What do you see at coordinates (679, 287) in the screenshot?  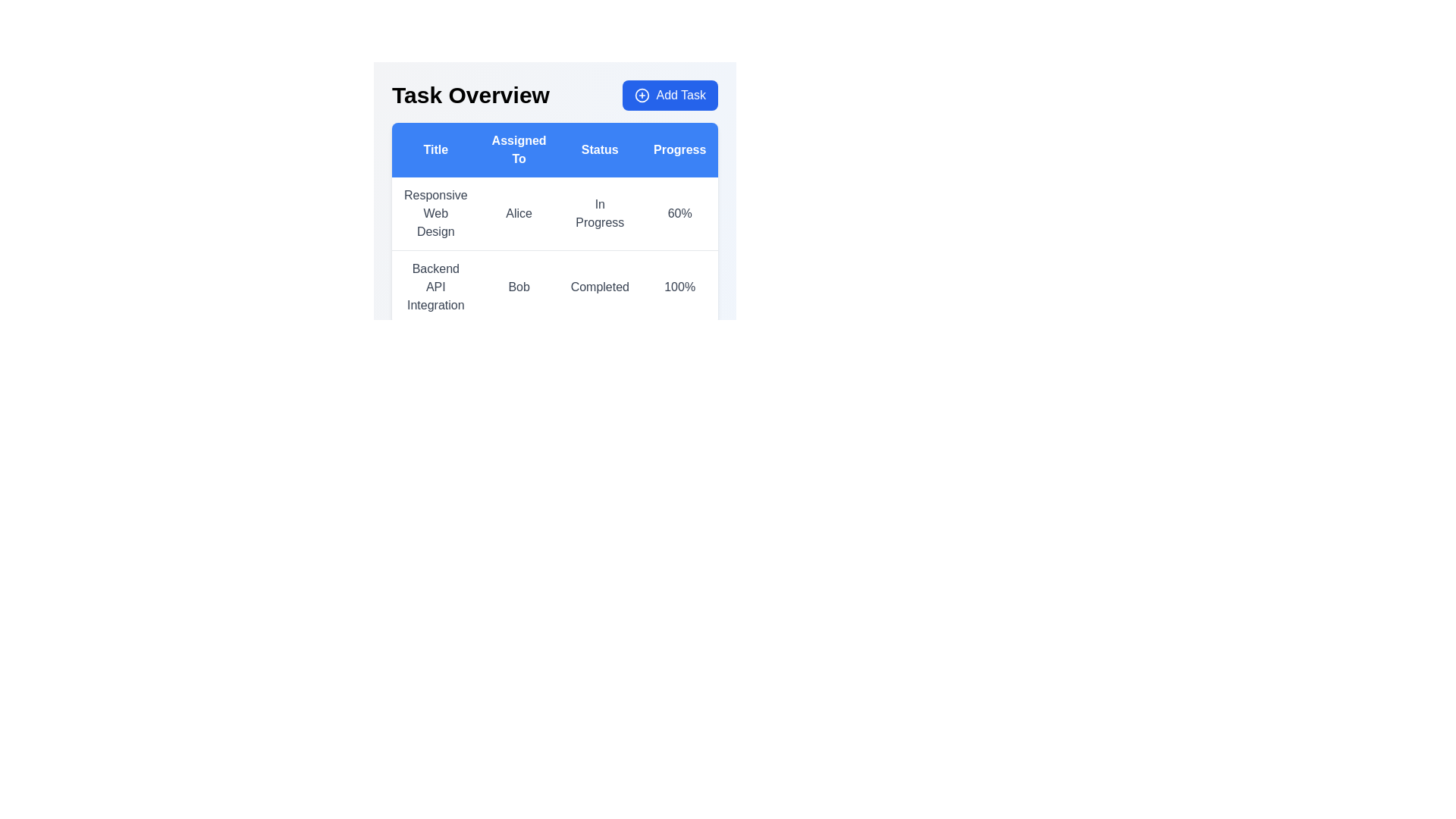 I see `the text display showing '100%' located in the 'Progress' column of the row labeled 'Backend API Integration Bob Completed'` at bounding box center [679, 287].